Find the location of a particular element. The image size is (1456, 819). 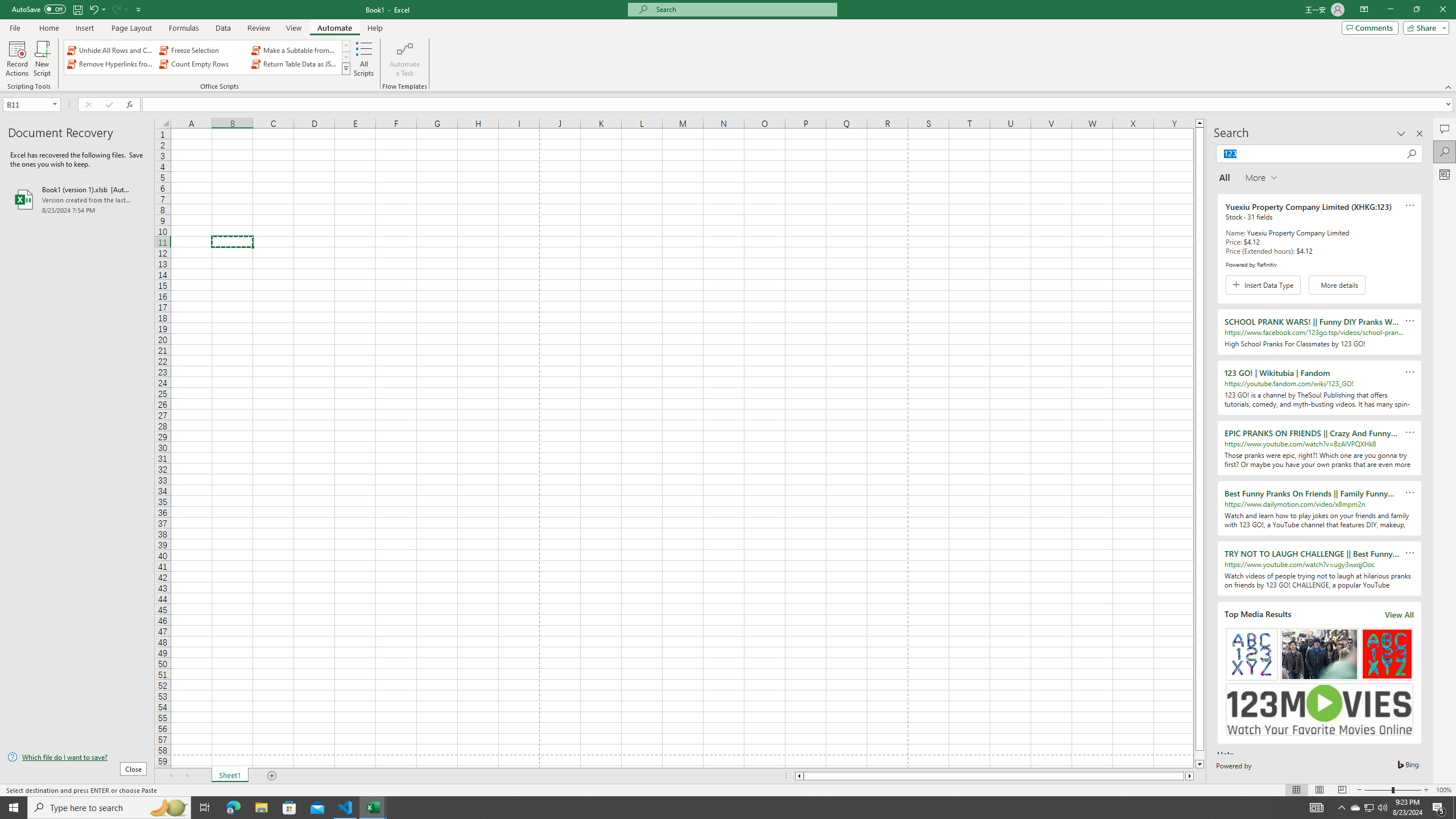

'Office Scripts' is located at coordinates (346, 68).